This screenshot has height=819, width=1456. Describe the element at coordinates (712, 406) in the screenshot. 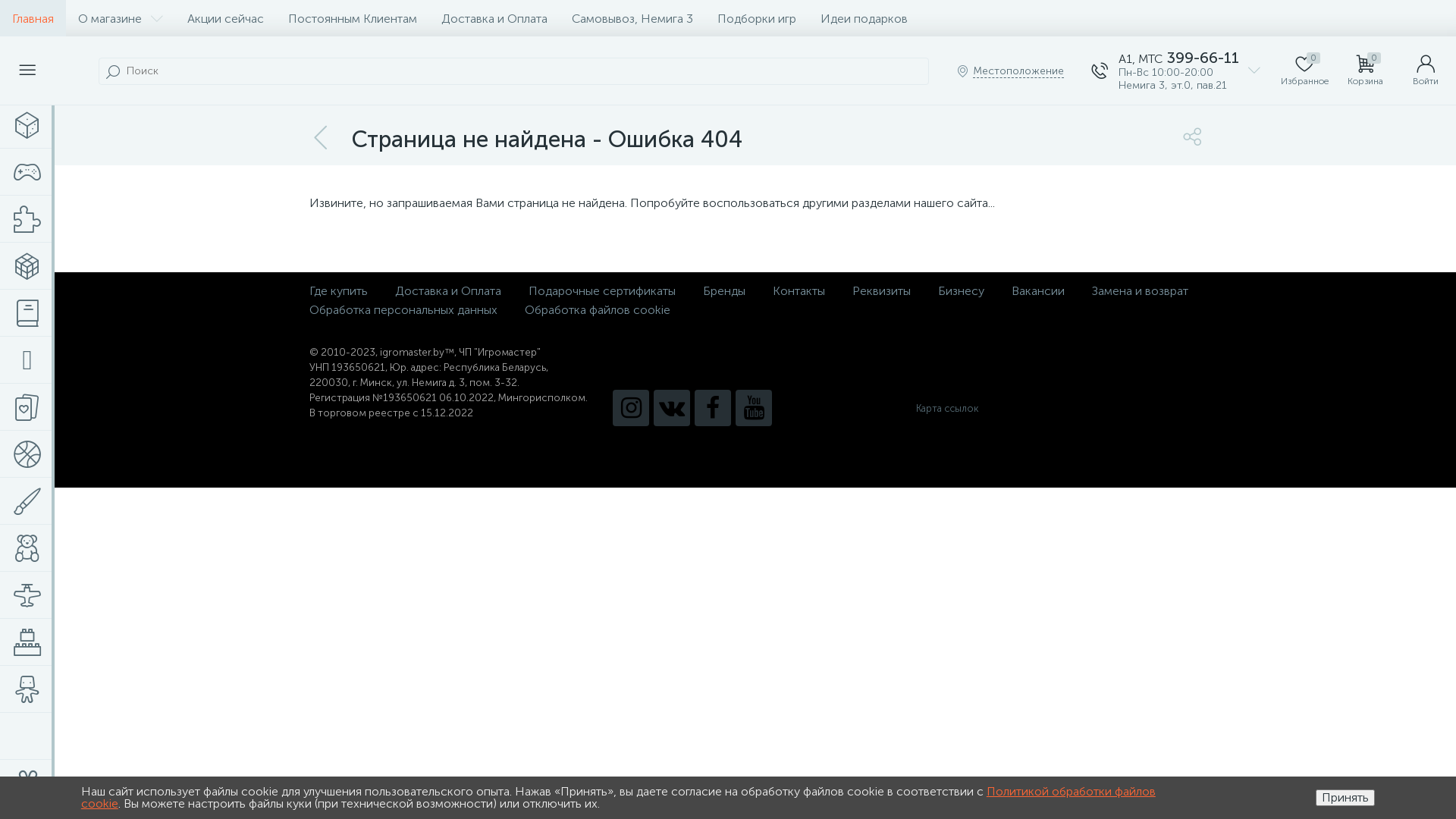

I see `'Facebook'` at that location.